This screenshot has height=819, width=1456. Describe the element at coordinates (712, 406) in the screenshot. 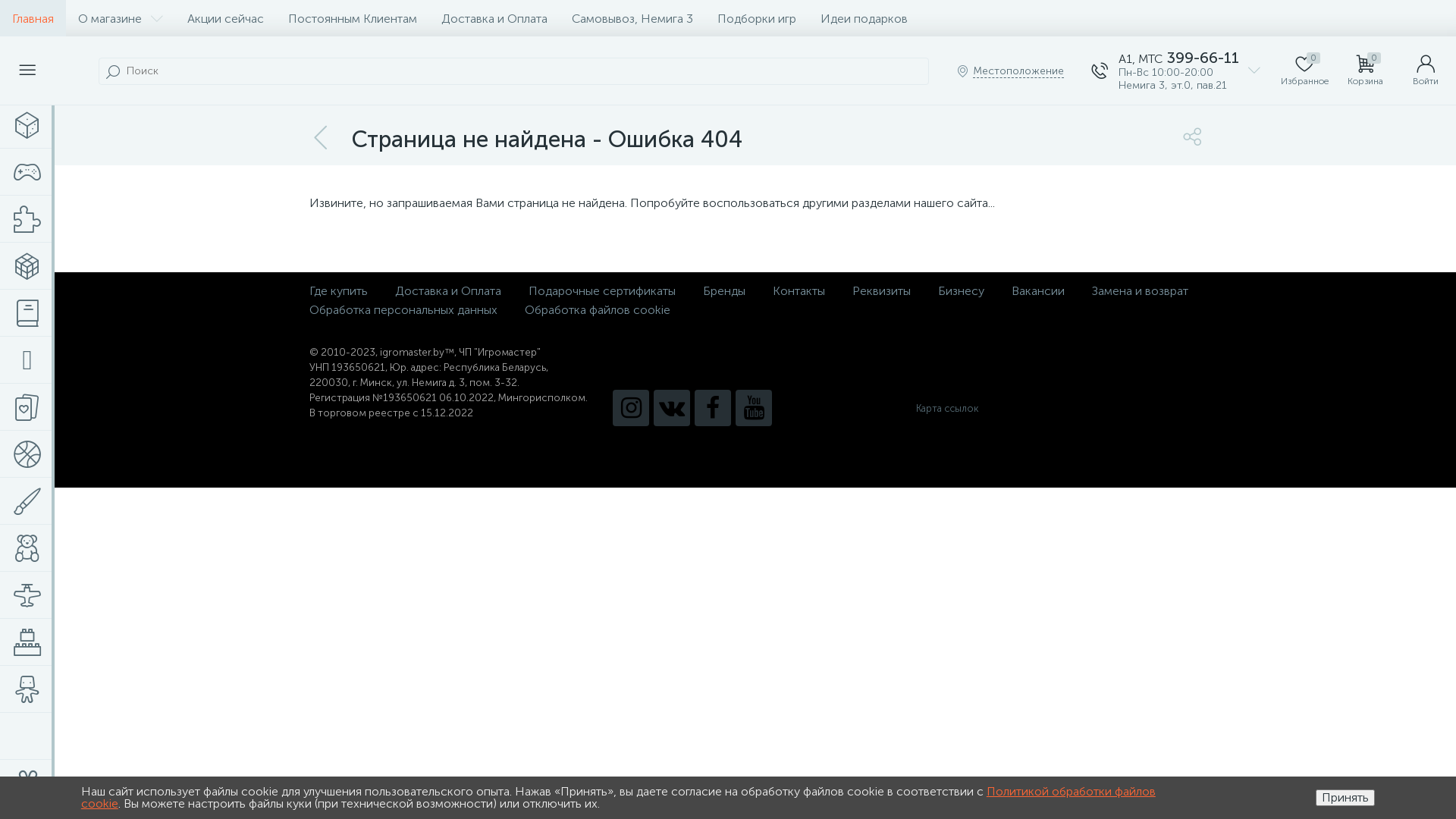

I see `'Facebook'` at that location.